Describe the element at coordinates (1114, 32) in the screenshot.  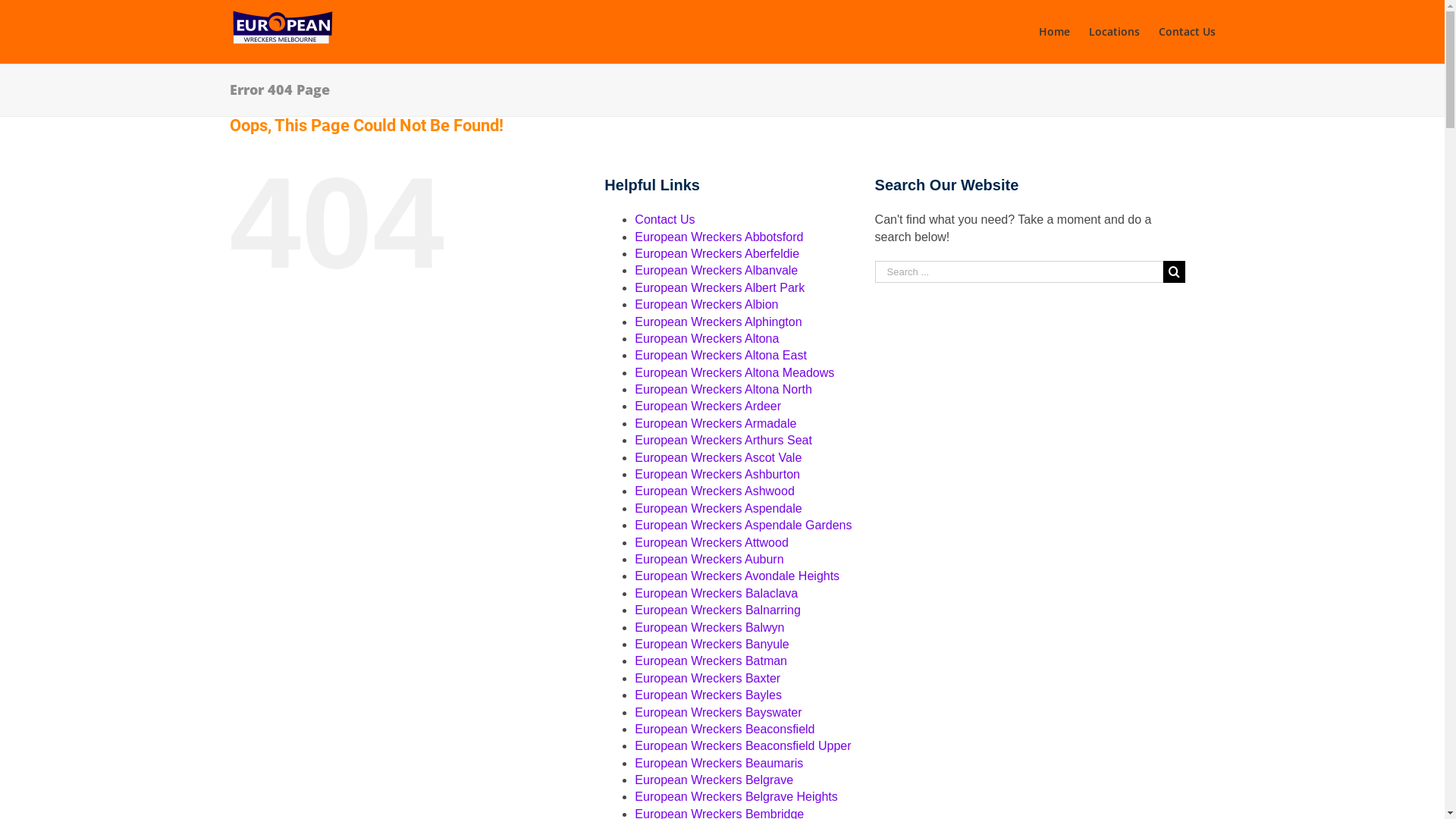
I see `'Locations'` at that location.